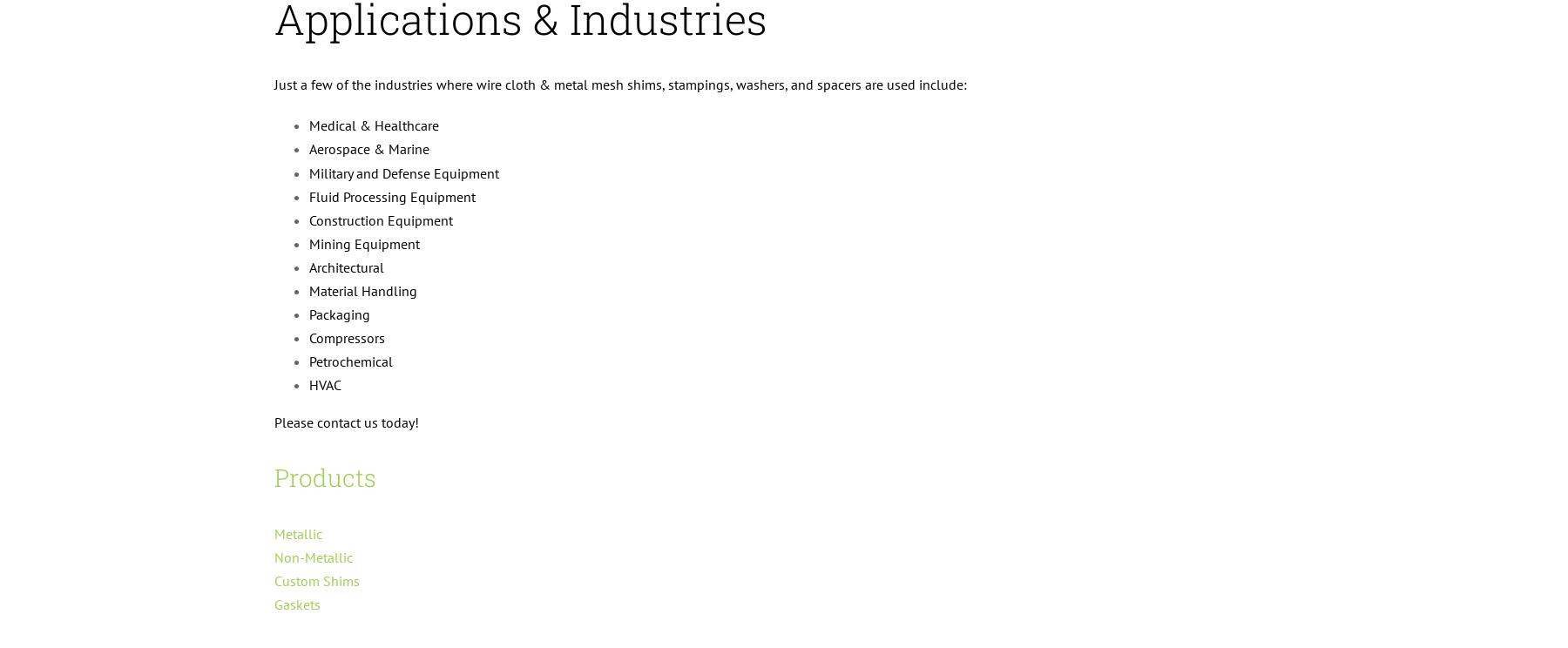  Describe the element at coordinates (274, 532) in the screenshot. I see `'Metallic'` at that location.